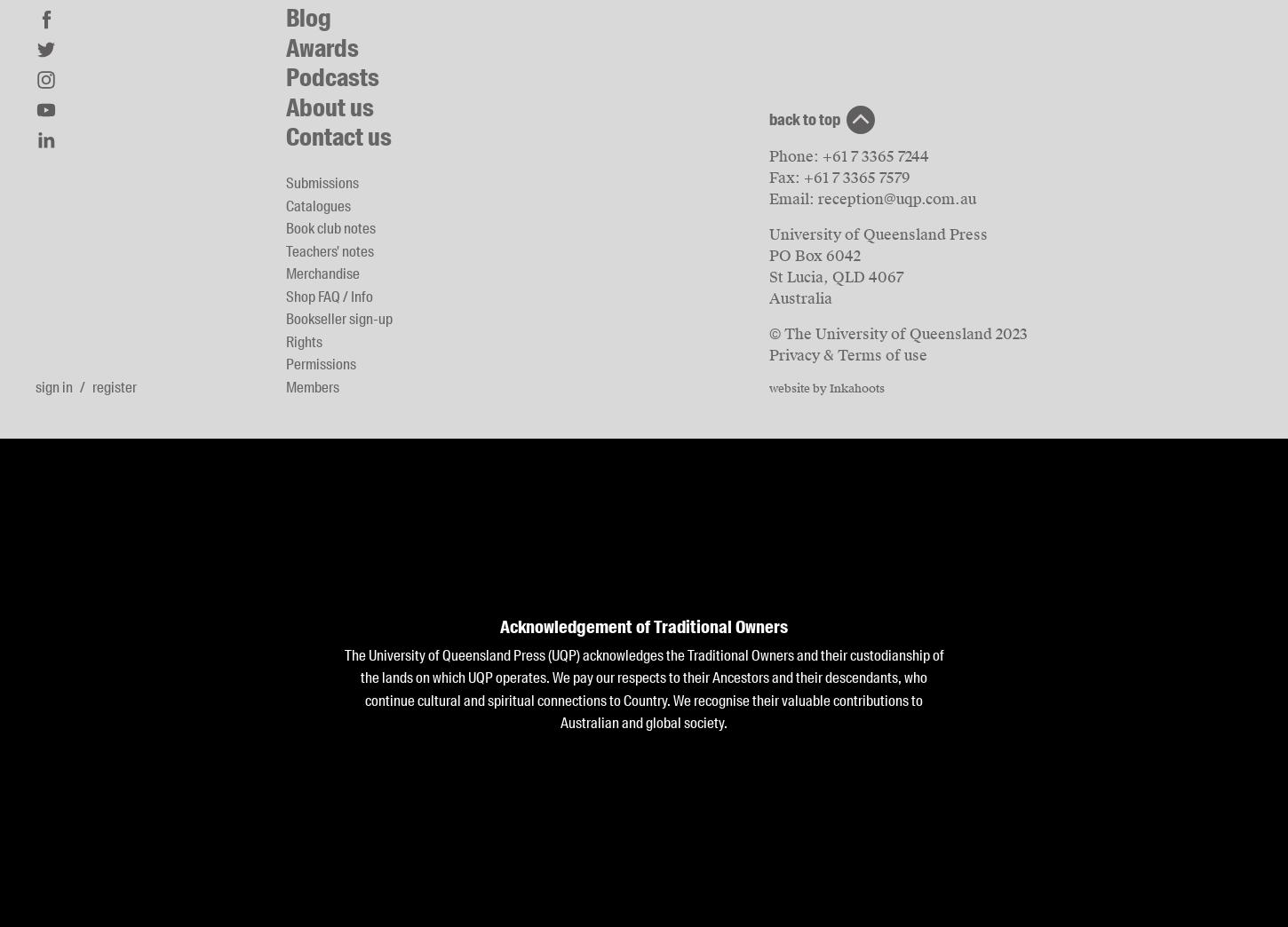 This screenshot has width=1288, height=927. I want to click on 'Email:', so click(792, 198).